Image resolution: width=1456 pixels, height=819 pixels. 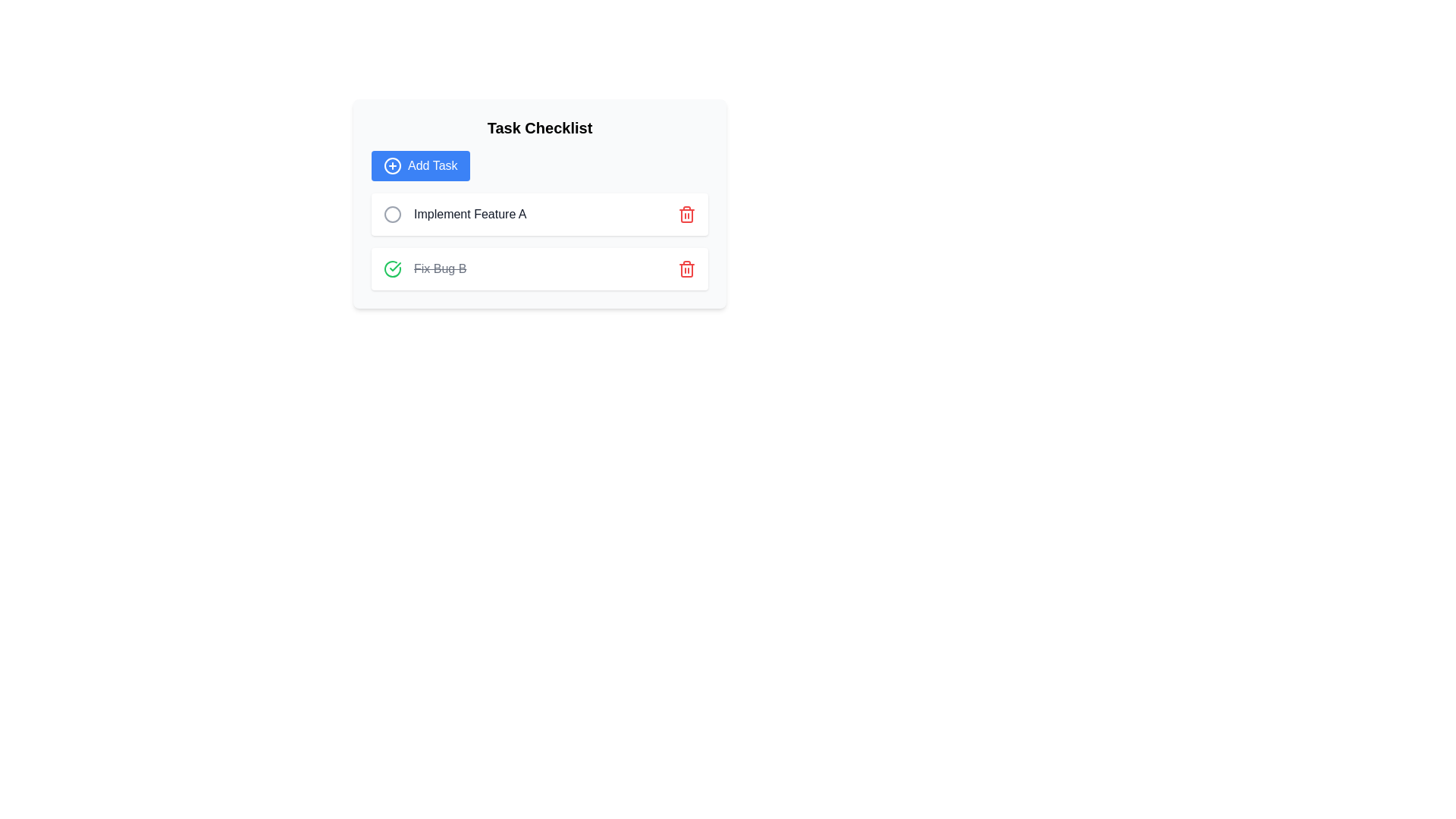 What do you see at coordinates (393, 214) in the screenshot?
I see `the circular selectable button styled as a gray outline, located to the left of the 'Implement Feature A' text` at bounding box center [393, 214].